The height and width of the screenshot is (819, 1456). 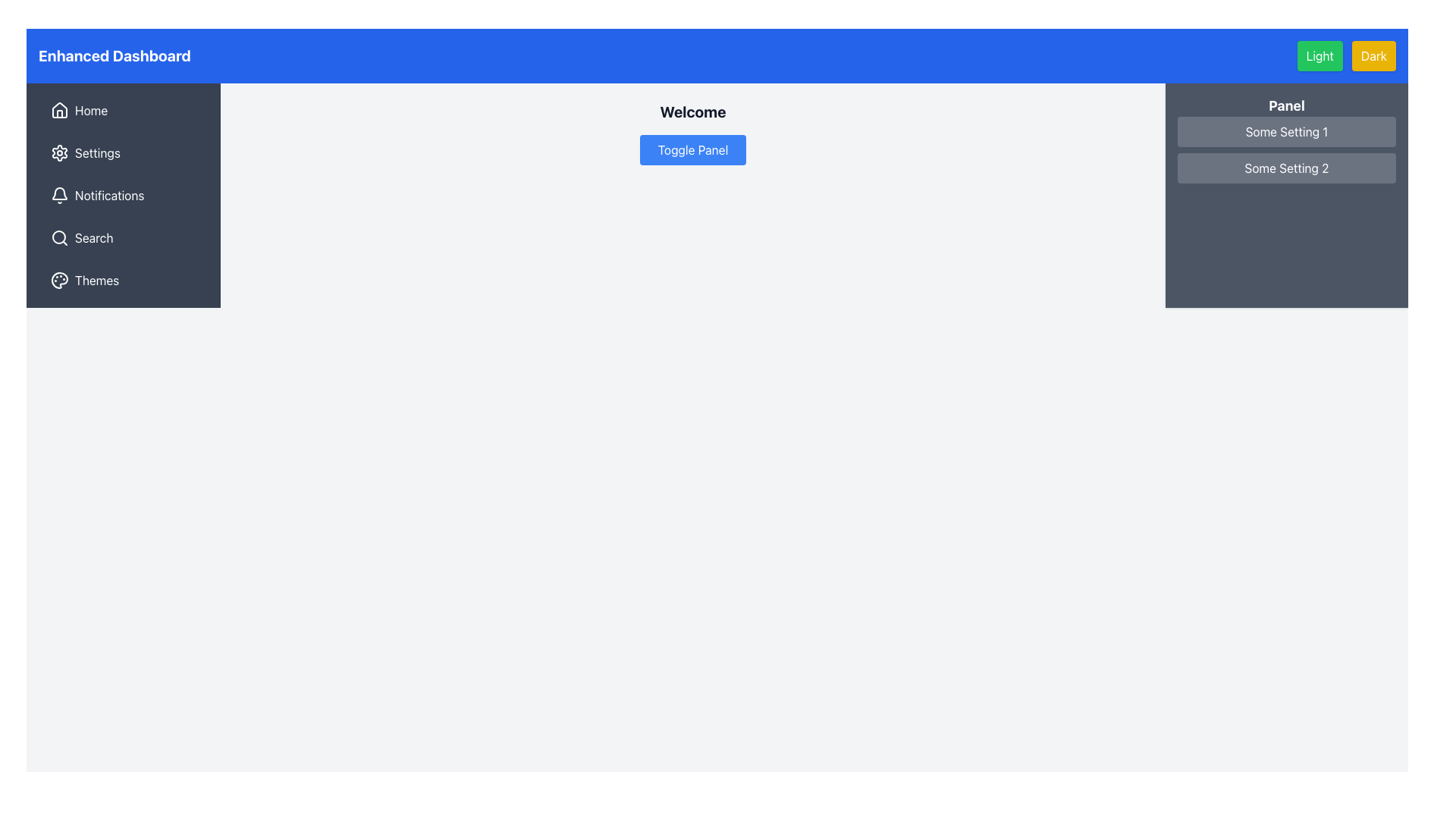 What do you see at coordinates (96, 281) in the screenshot?
I see `the last menu item text label in the sidebar` at bounding box center [96, 281].